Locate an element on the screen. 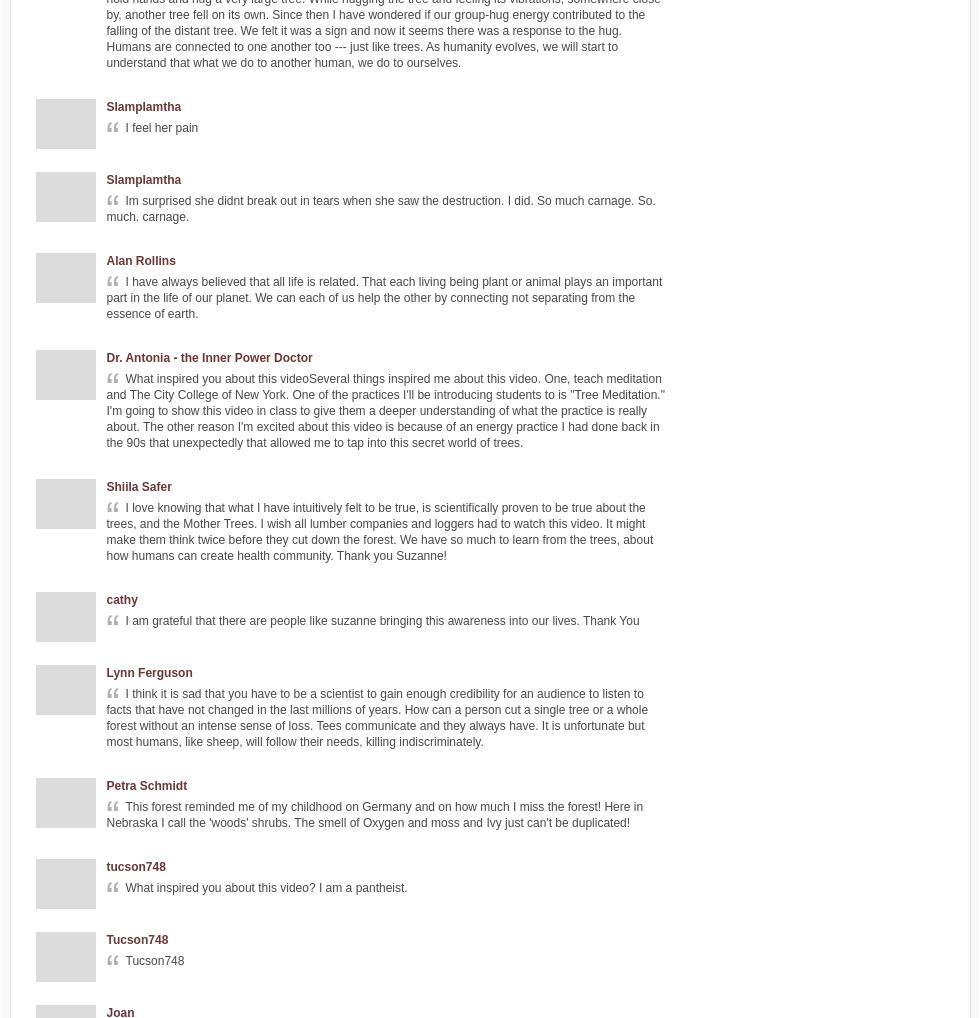 This screenshot has width=980, height=1018. 'Dr. Antonia - the Inner Power Doctor' is located at coordinates (209, 358).